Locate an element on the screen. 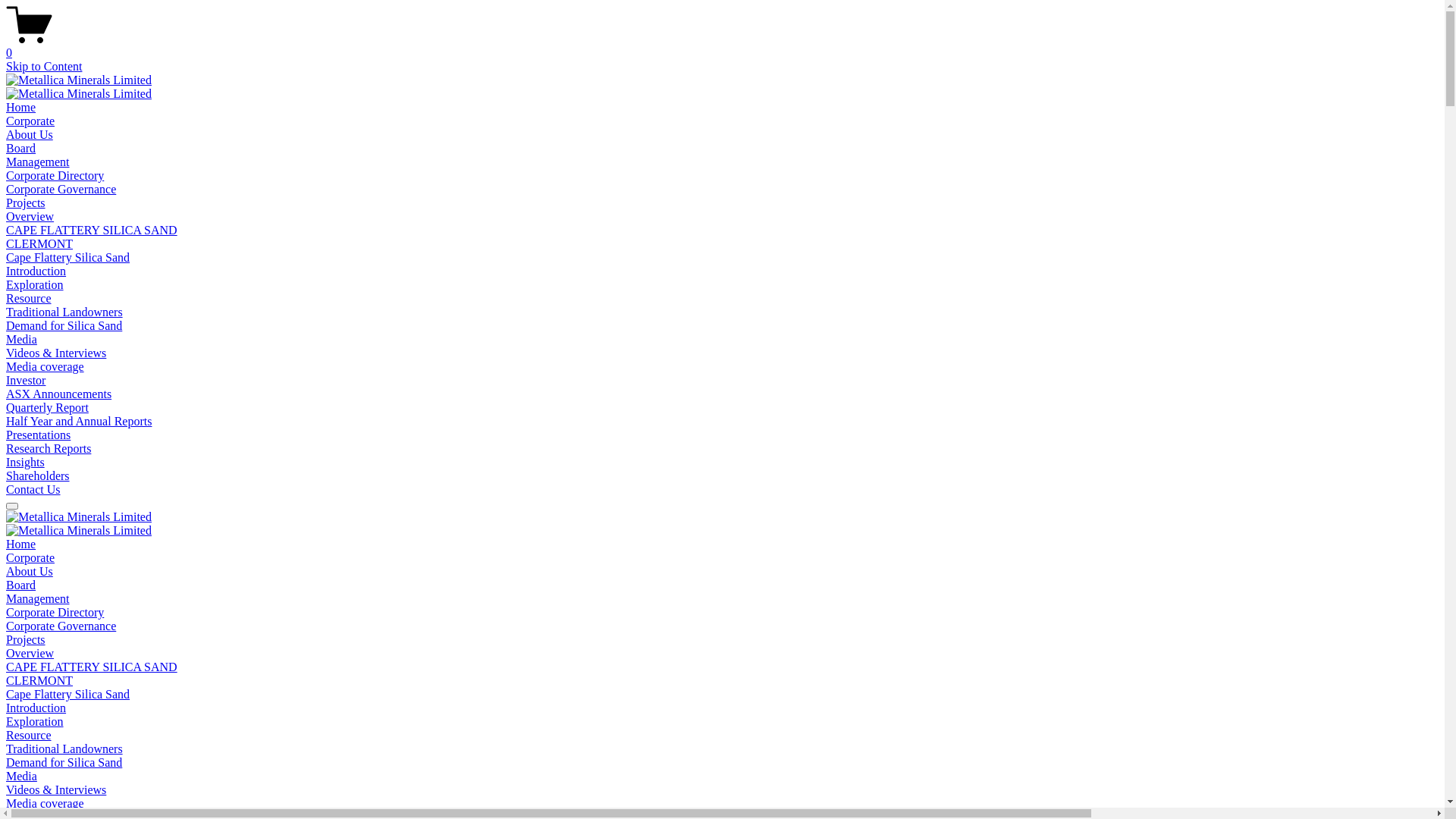  'Shareholders' is located at coordinates (6, 475).